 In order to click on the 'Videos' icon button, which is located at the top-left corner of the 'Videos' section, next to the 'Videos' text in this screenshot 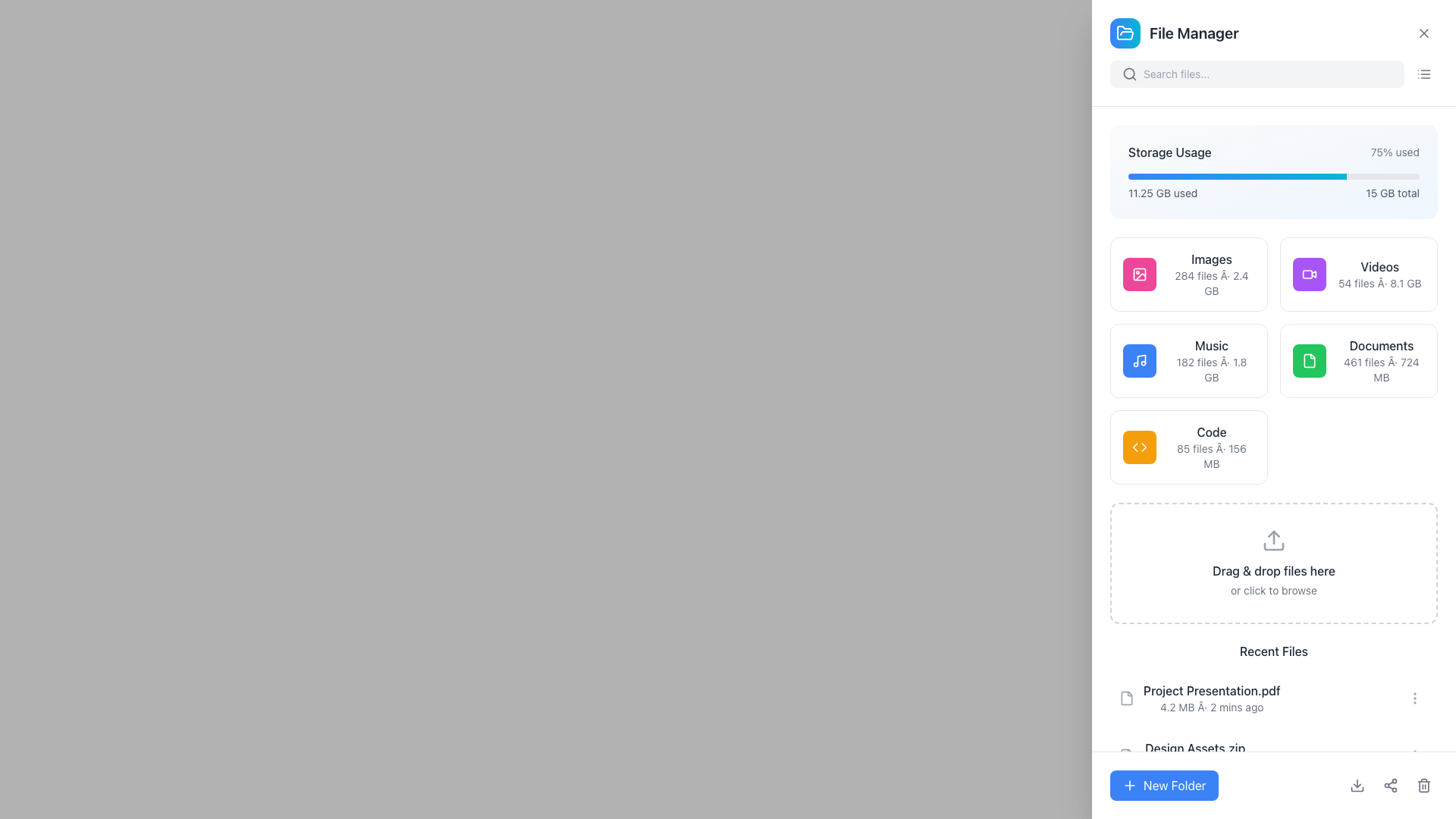, I will do `click(1309, 275)`.